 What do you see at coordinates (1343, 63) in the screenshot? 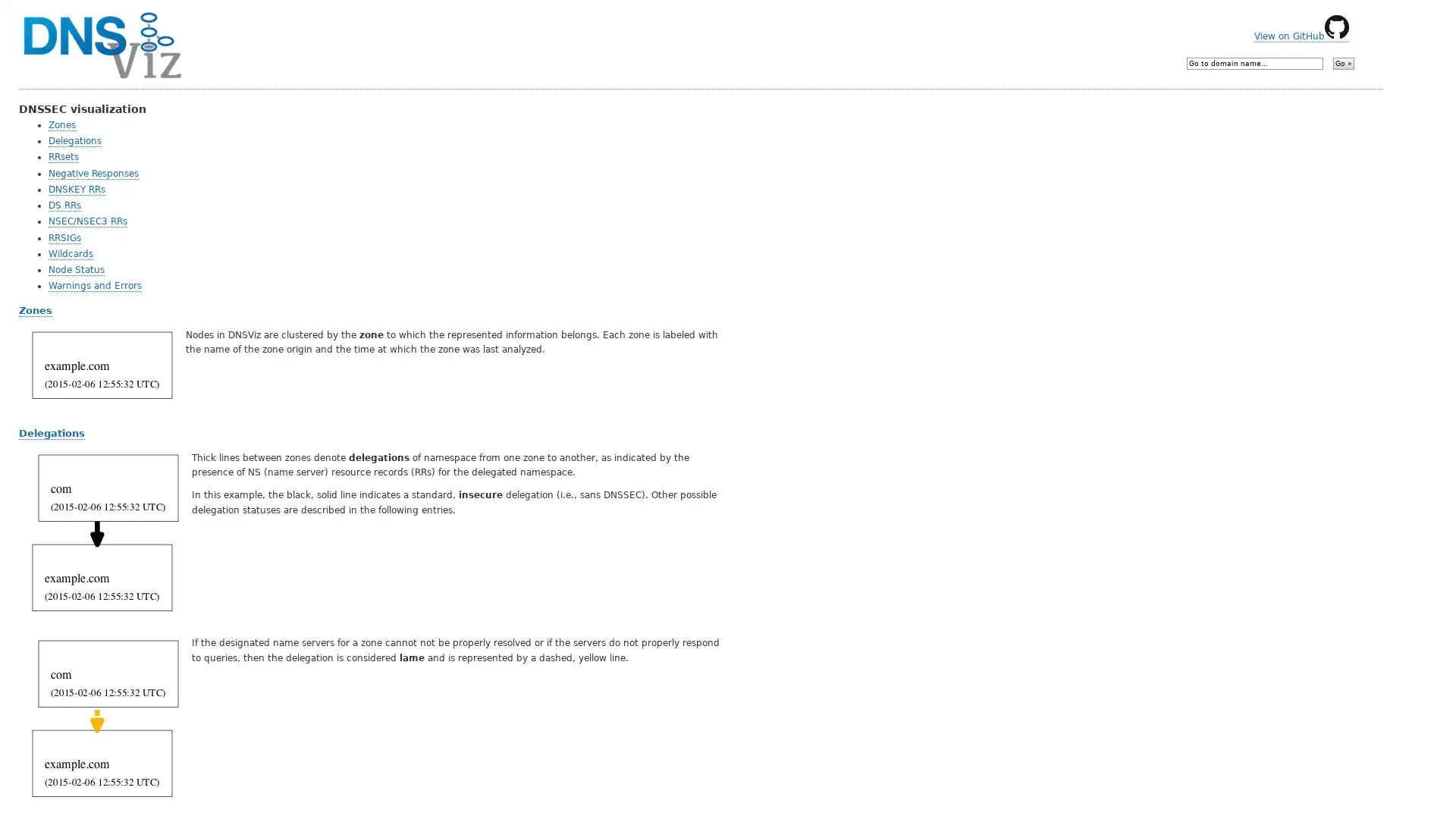
I see `Go` at bounding box center [1343, 63].